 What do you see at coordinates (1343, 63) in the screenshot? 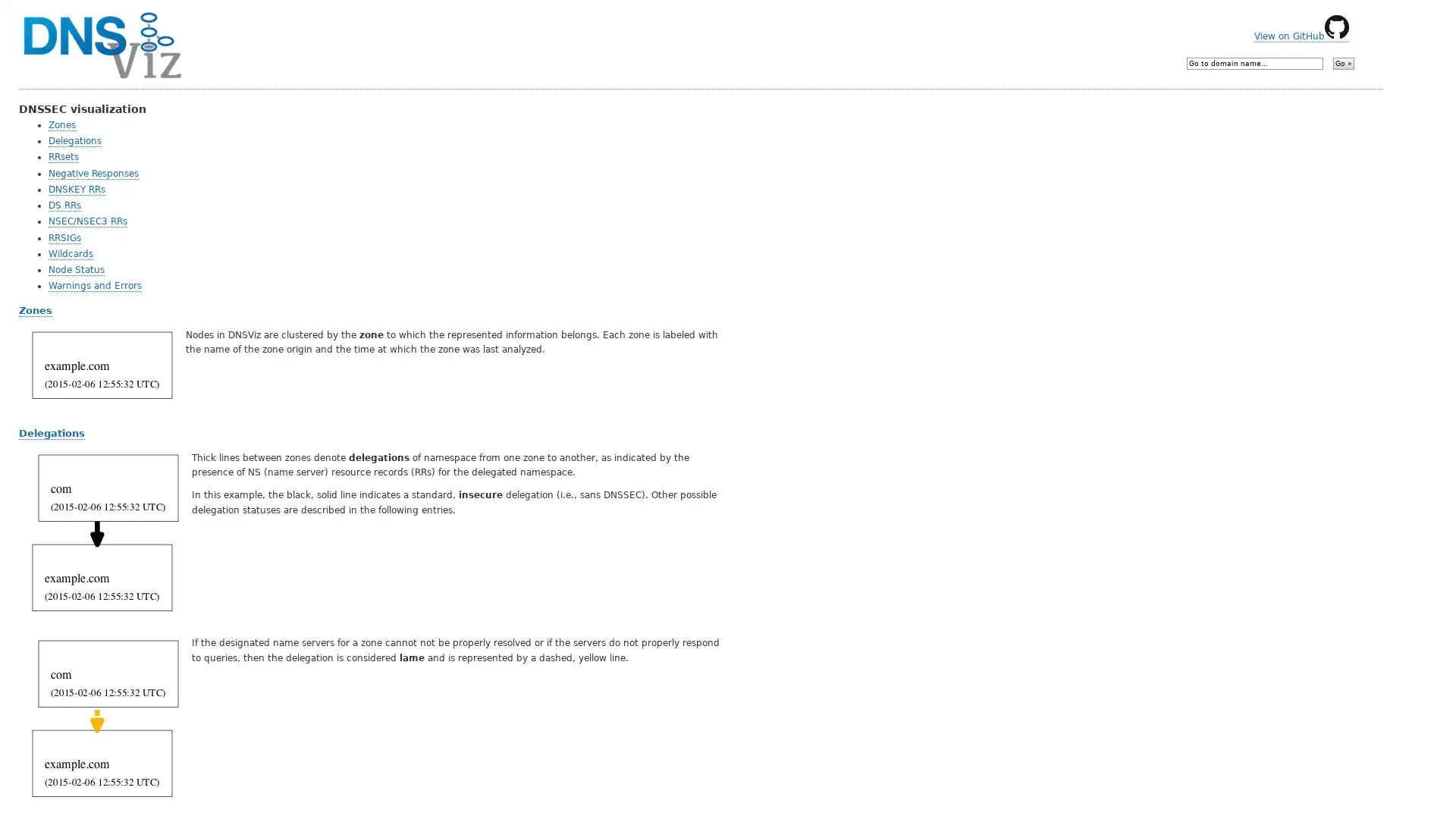
I see `Go` at bounding box center [1343, 63].